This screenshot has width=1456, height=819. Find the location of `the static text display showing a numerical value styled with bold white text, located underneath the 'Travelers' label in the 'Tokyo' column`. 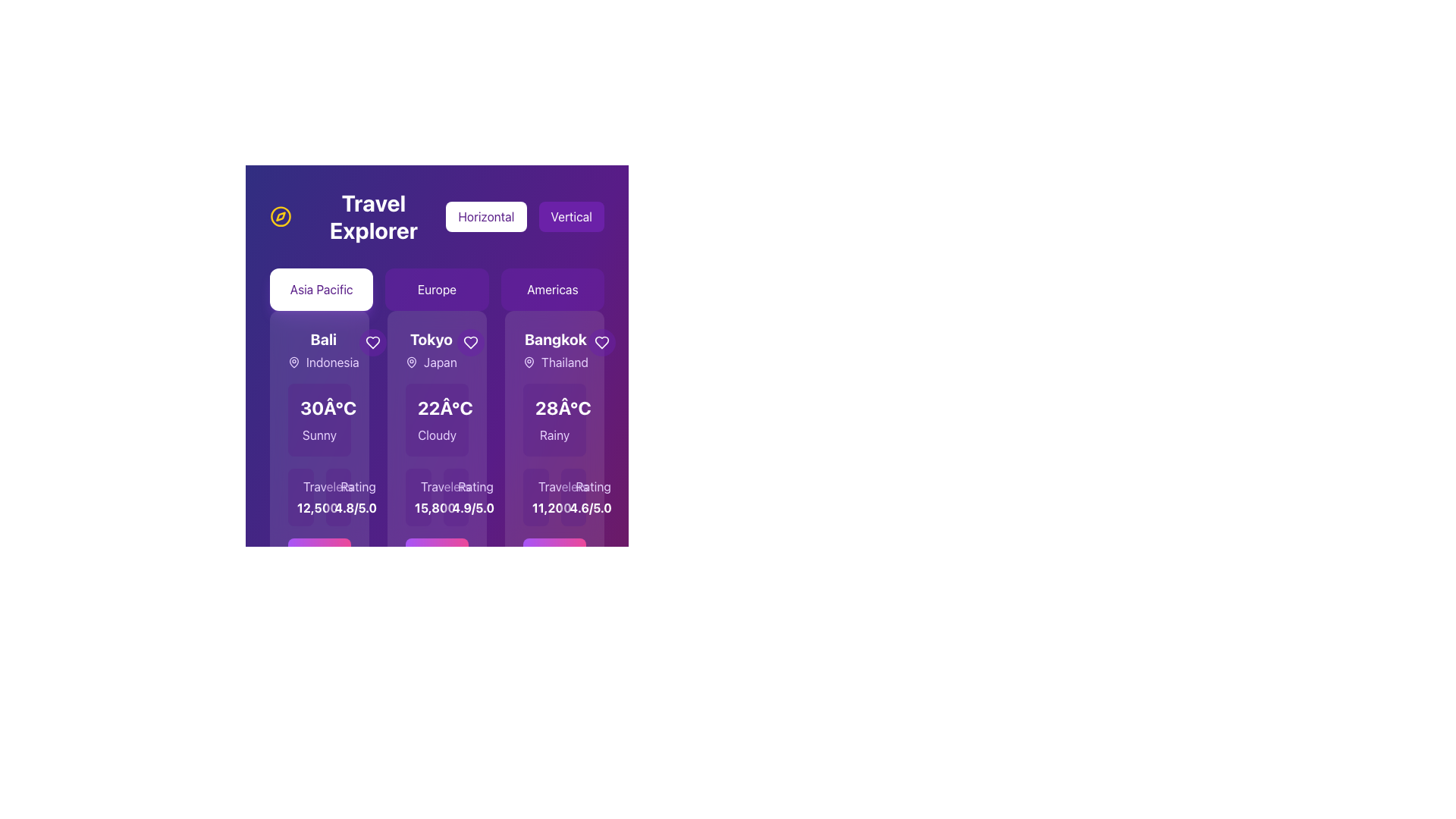

the static text display showing a numerical value styled with bold white text, located underneath the 'Travelers' label in the 'Tokyo' column is located at coordinates (418, 508).